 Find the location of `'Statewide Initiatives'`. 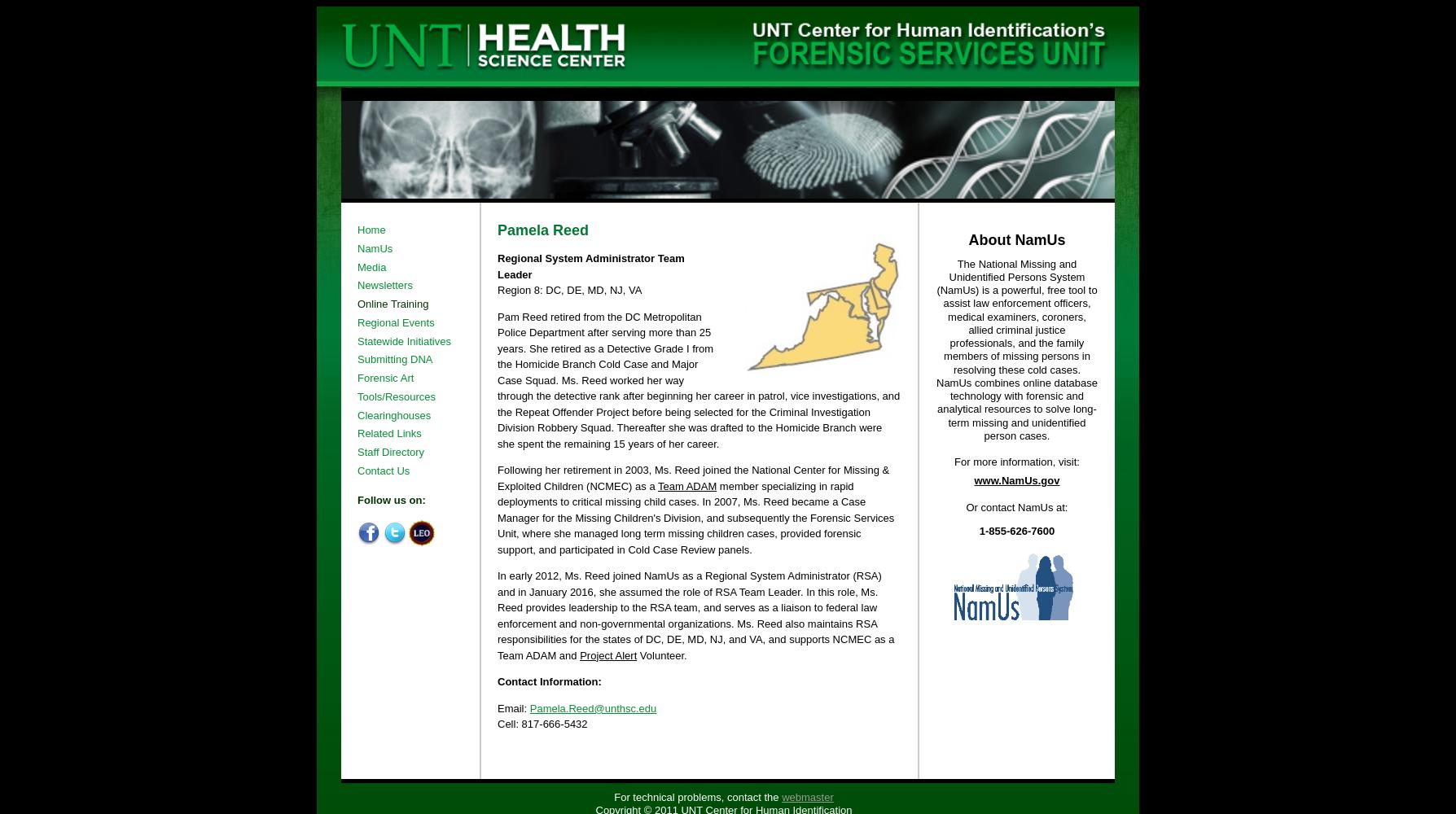

'Statewide Initiatives' is located at coordinates (356, 340).